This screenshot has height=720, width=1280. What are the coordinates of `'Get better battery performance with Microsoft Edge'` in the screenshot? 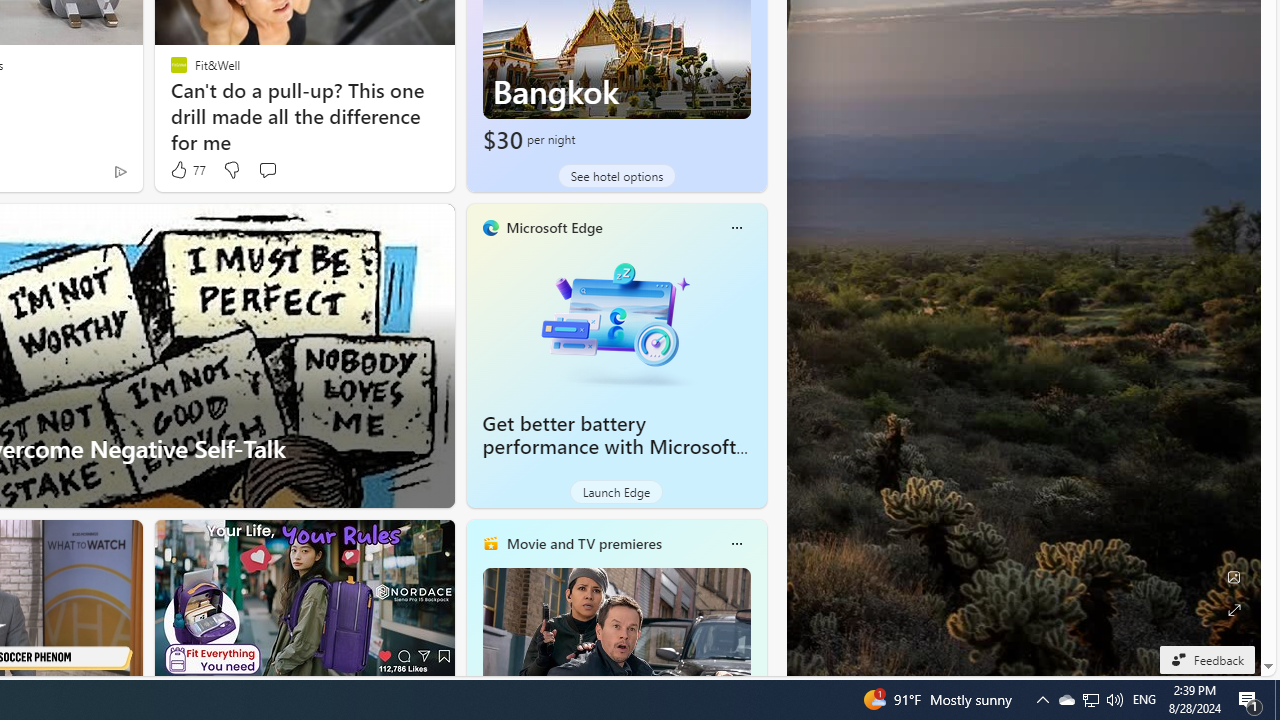 It's located at (615, 320).